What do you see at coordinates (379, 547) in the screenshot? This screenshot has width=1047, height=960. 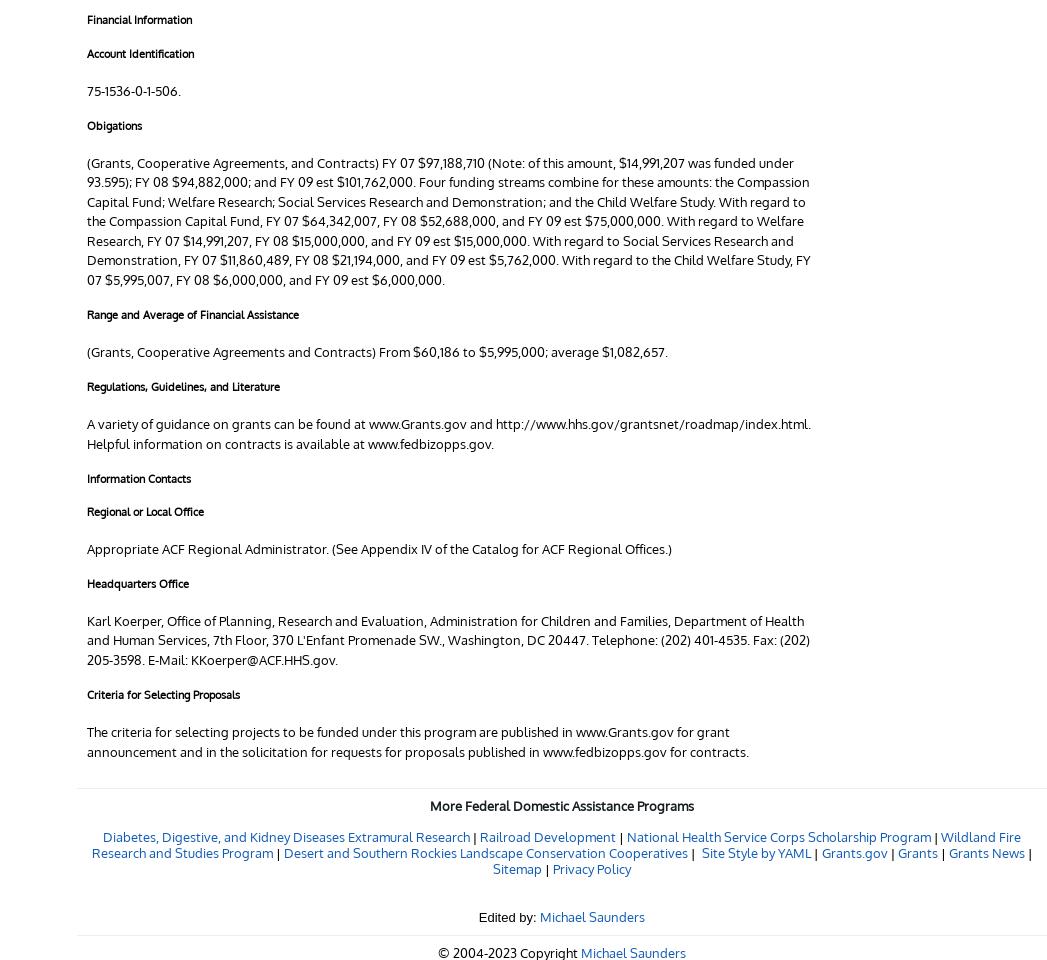 I see `'Appropriate ACF Regional Administrator. (See Appendix IV of the Catalog for ACF Regional Offices.)'` at bounding box center [379, 547].